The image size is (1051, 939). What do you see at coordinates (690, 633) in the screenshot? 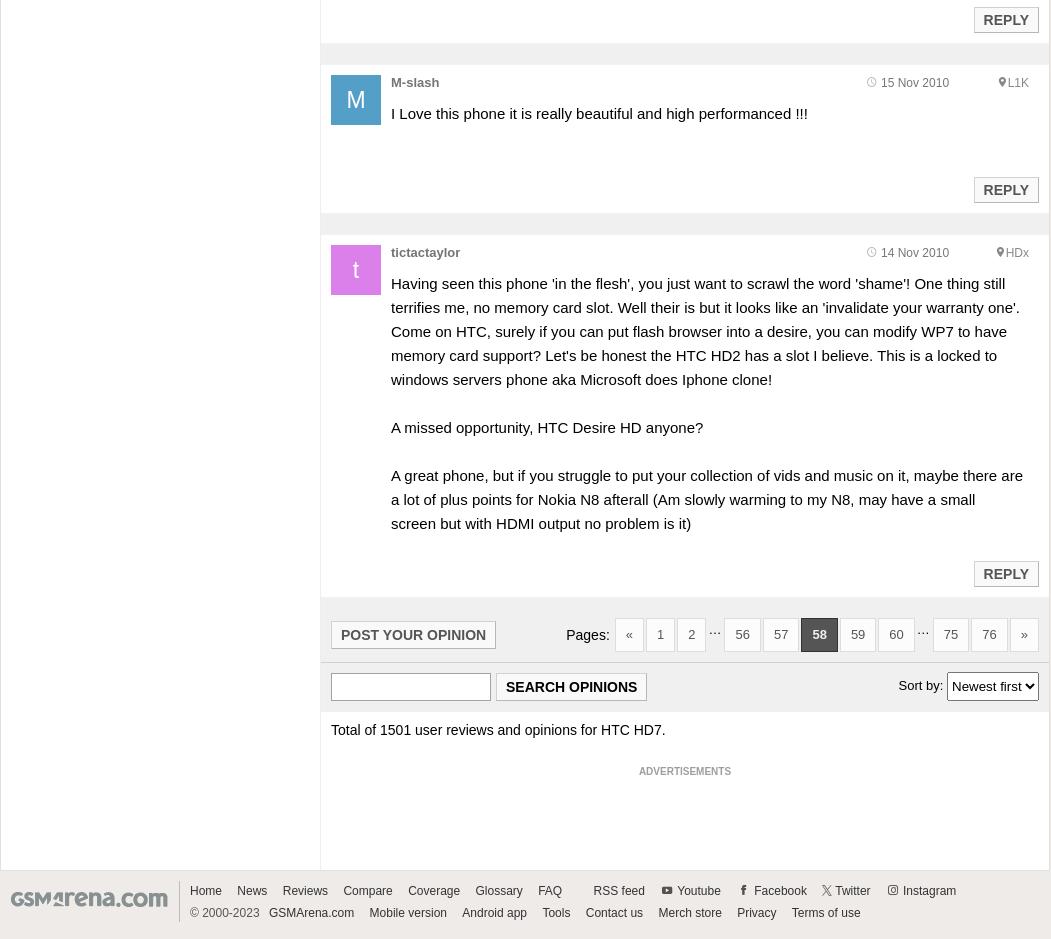
I see `'2'` at bounding box center [690, 633].